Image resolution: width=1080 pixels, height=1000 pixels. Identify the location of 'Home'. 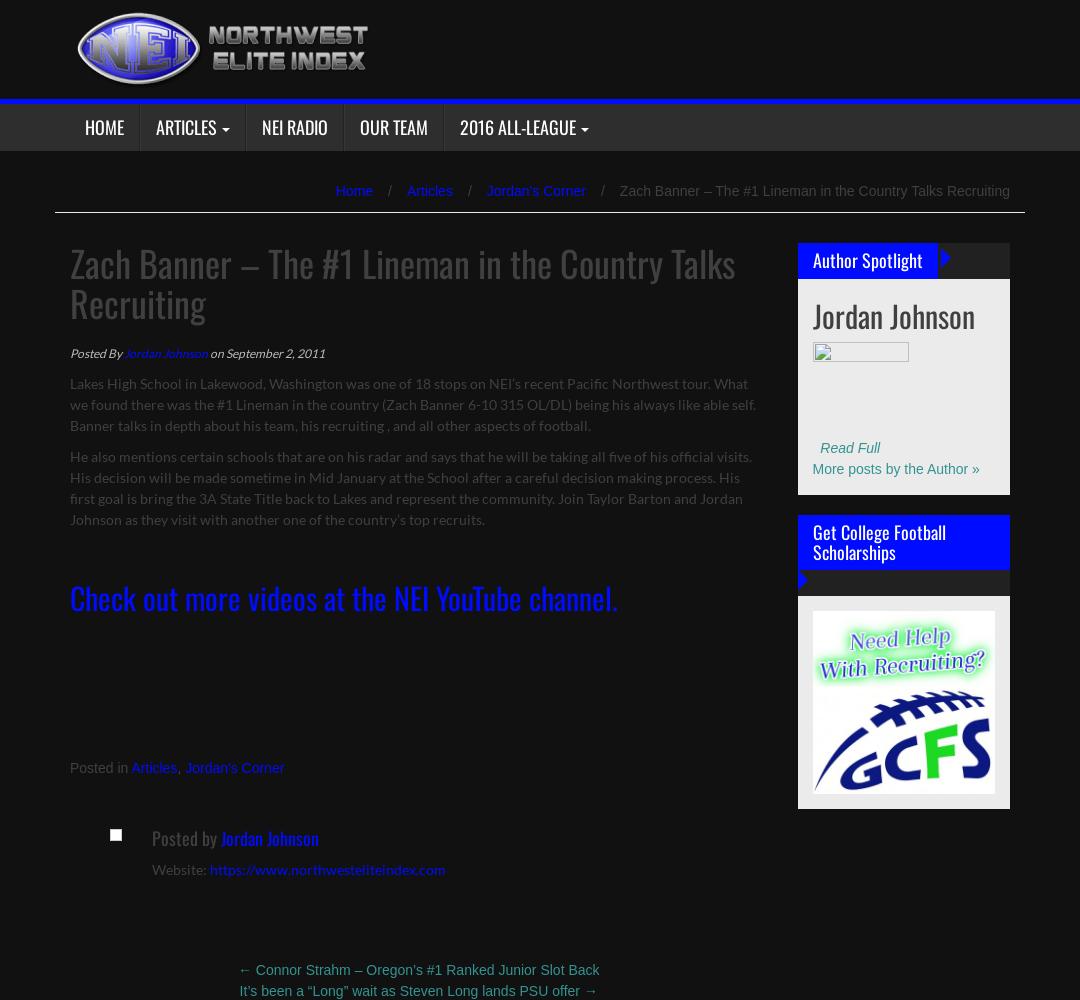
(353, 190).